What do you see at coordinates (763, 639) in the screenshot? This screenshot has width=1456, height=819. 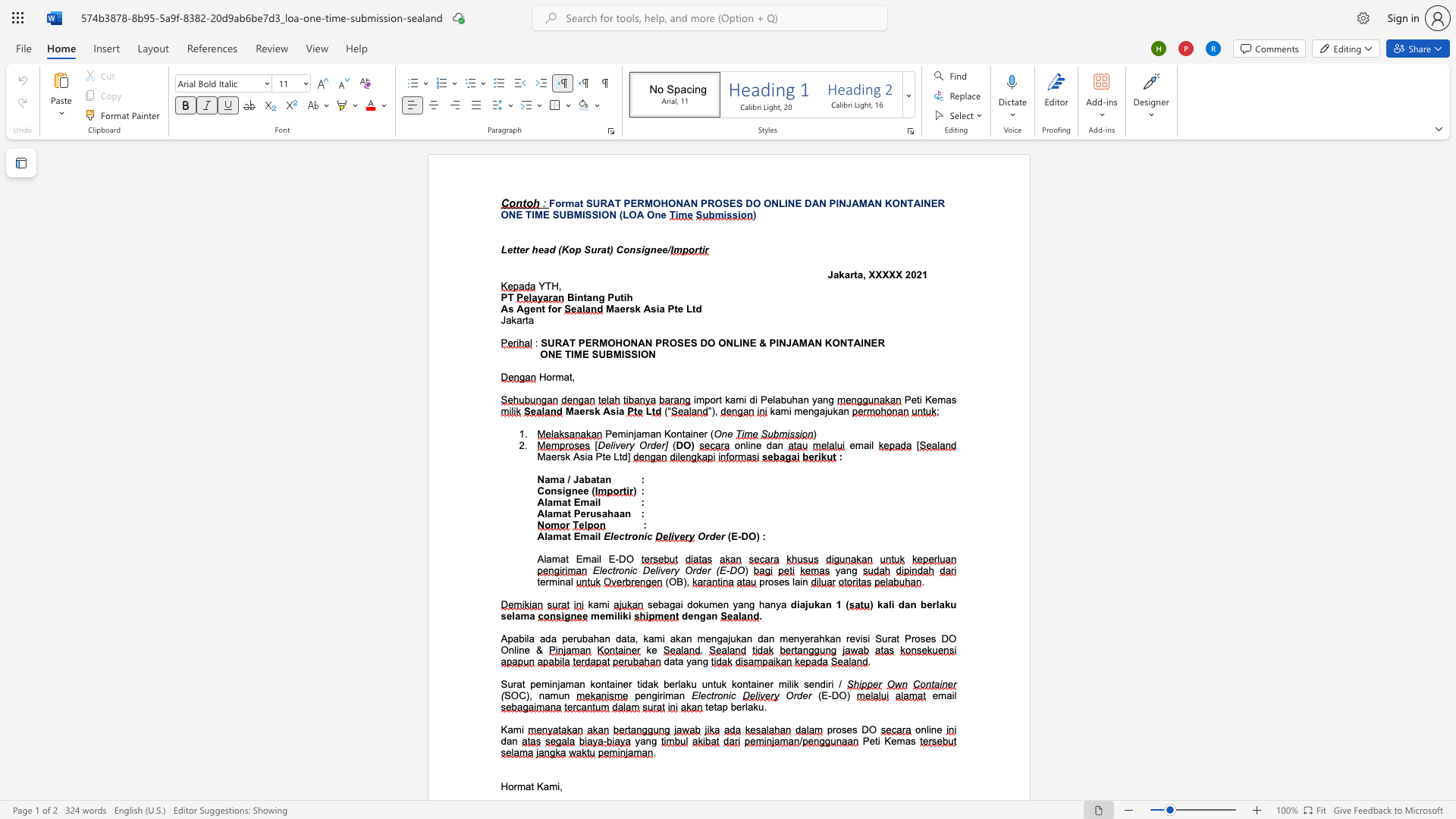 I see `the subset text "an menyerahk" within the text "Apabila ada perubahan data, kami akan mengajukan dan menyerahkan revisi Surat"` at bounding box center [763, 639].